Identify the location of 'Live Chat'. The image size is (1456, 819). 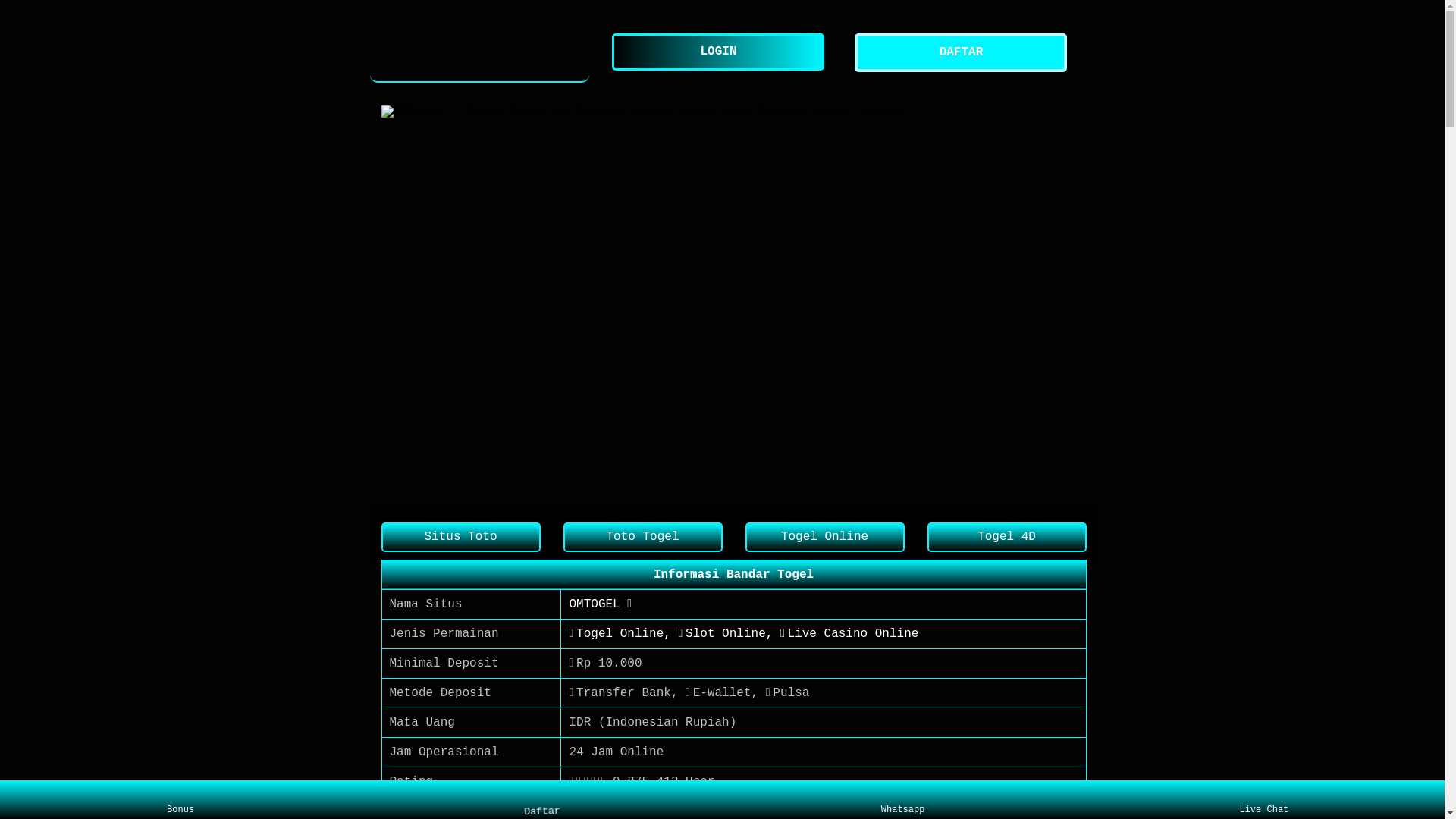
(1263, 799).